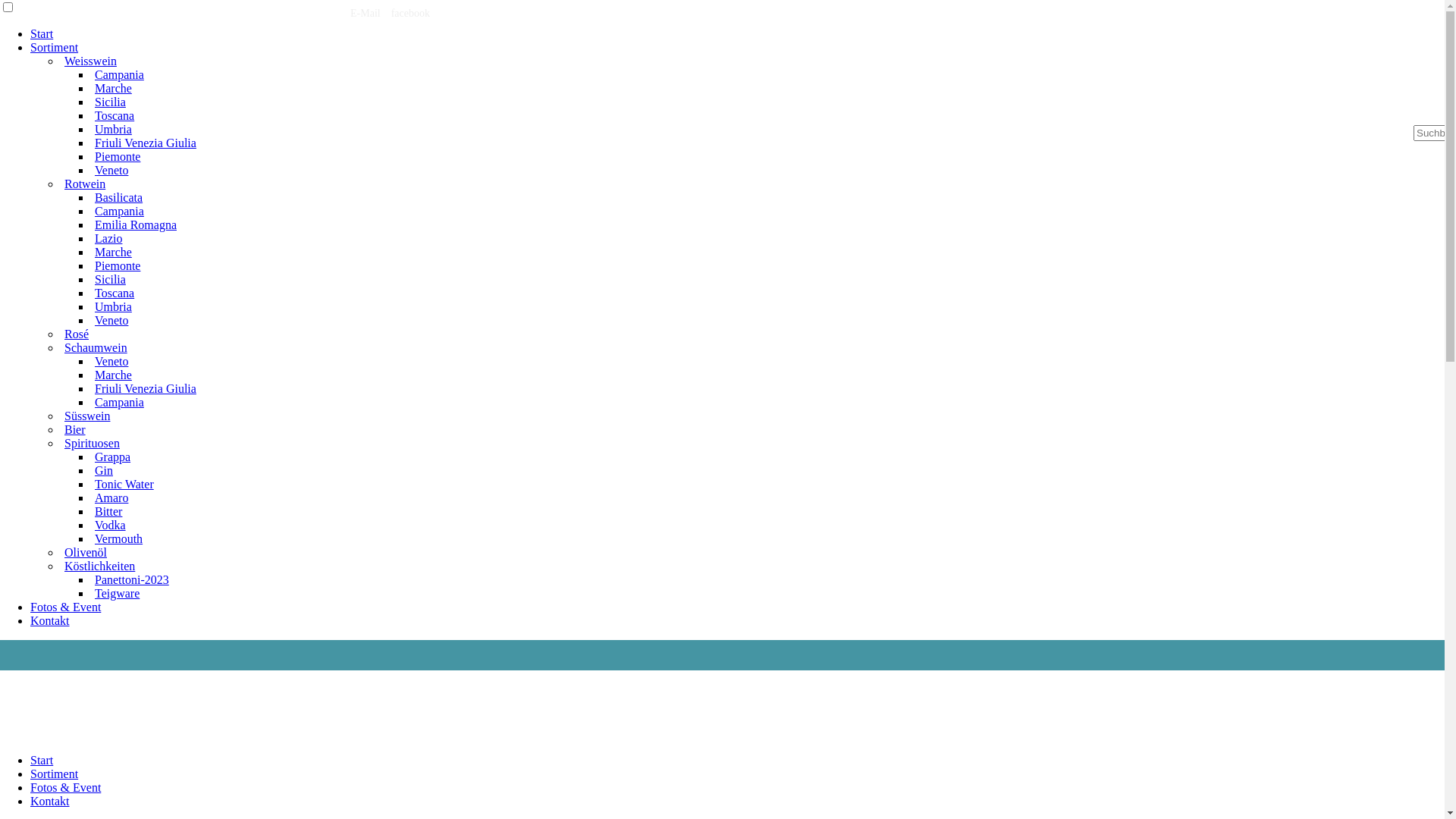 The width and height of the screenshot is (1456, 819). Describe the element at coordinates (91, 443) in the screenshot. I see `'Spirituosen'` at that location.